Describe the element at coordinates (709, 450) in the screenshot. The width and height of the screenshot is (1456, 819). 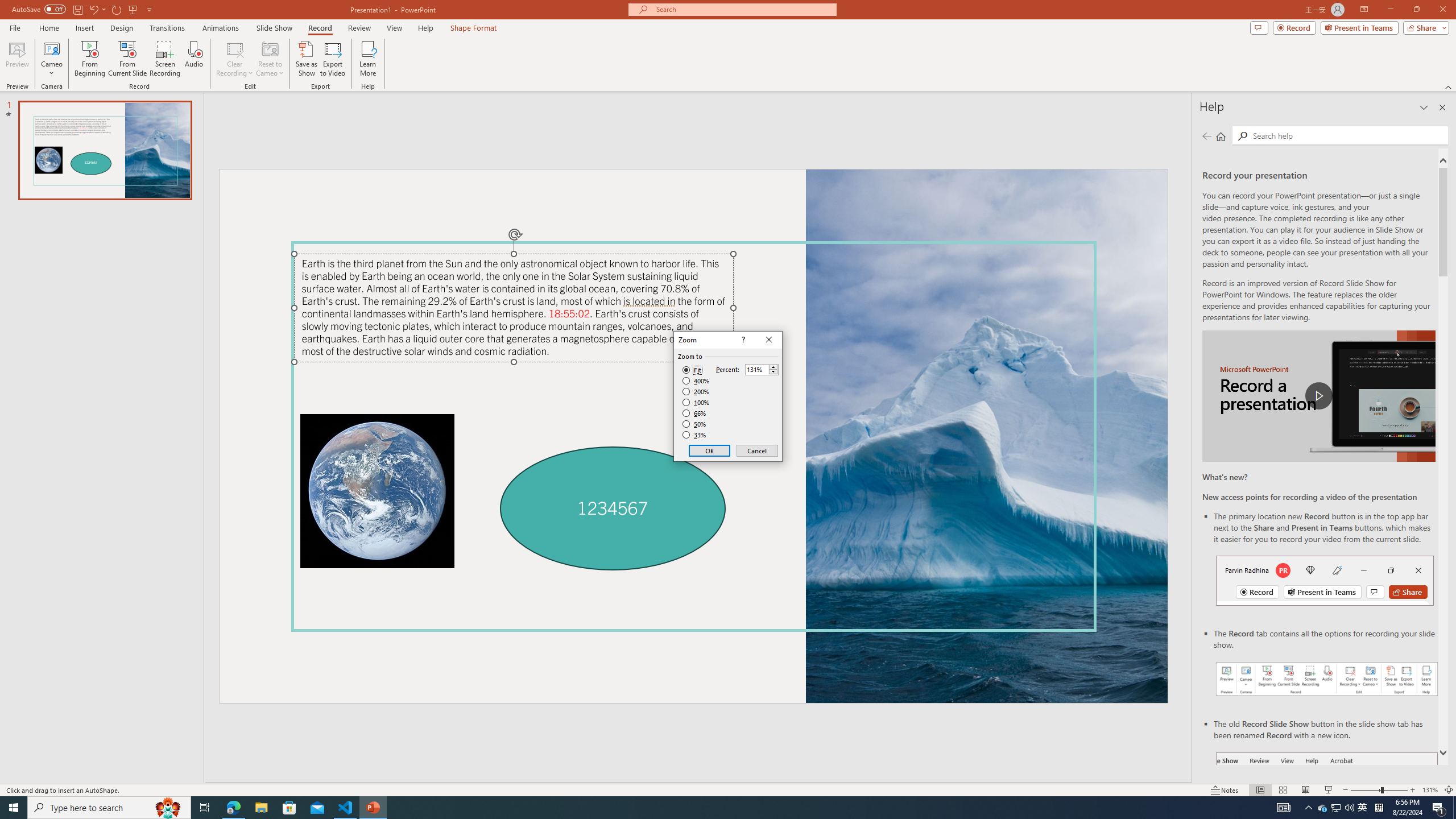
I see `'OK'` at that location.